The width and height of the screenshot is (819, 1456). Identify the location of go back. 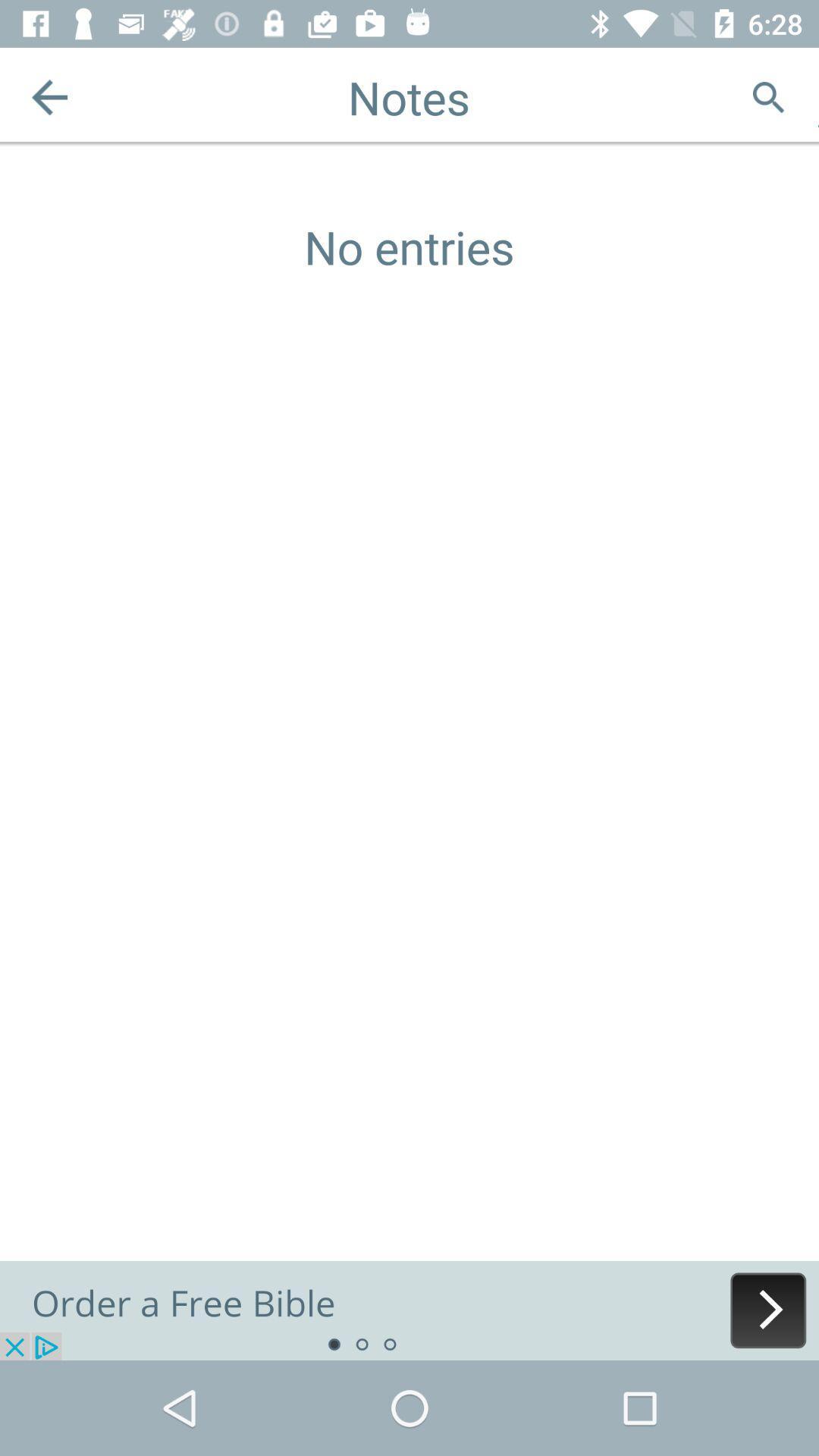
(49, 96).